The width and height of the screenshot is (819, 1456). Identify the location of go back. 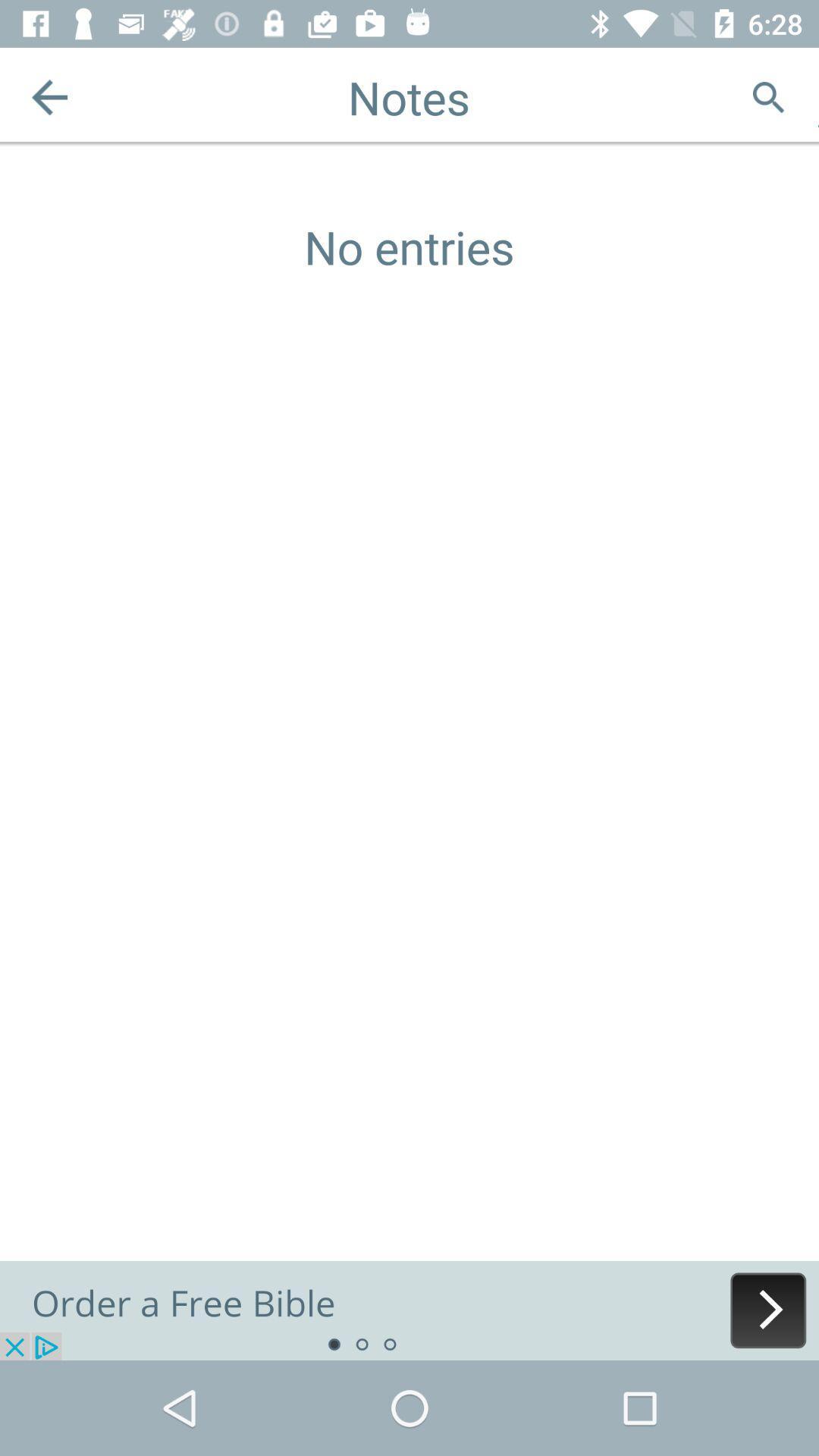
(49, 96).